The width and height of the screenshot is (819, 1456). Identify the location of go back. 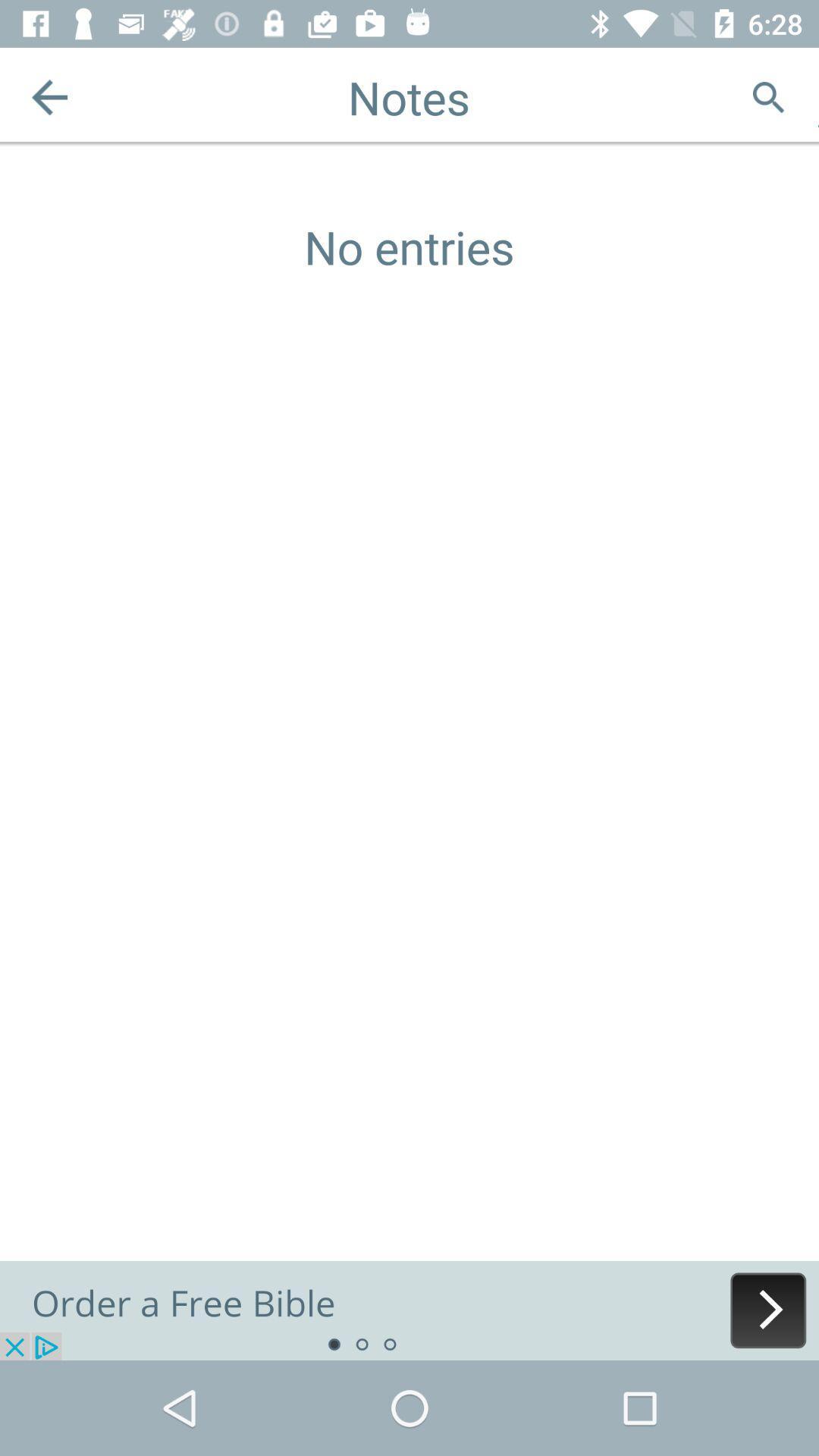
(49, 96).